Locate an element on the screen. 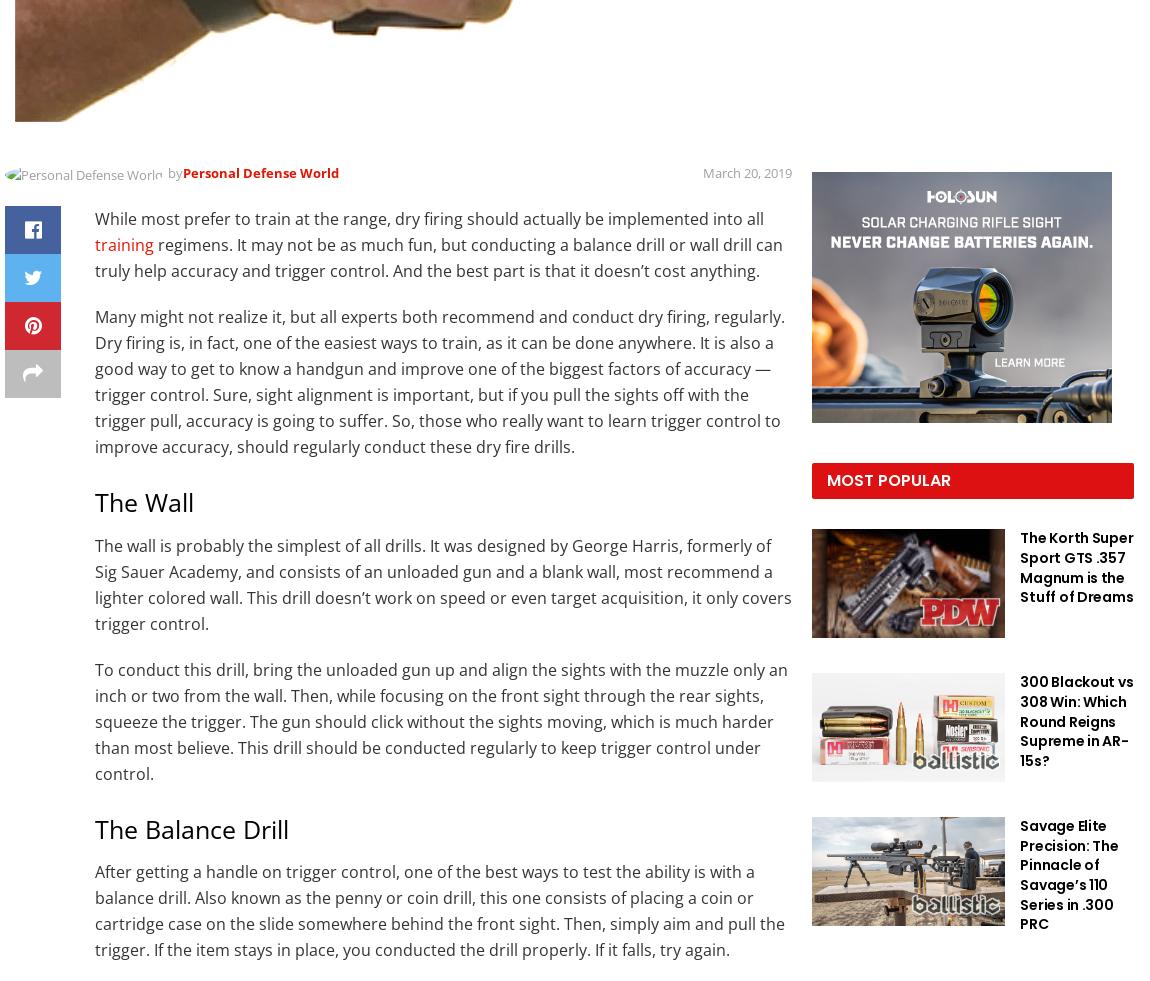 The image size is (1150, 981). 'The Balance Drill' is located at coordinates (93, 827).